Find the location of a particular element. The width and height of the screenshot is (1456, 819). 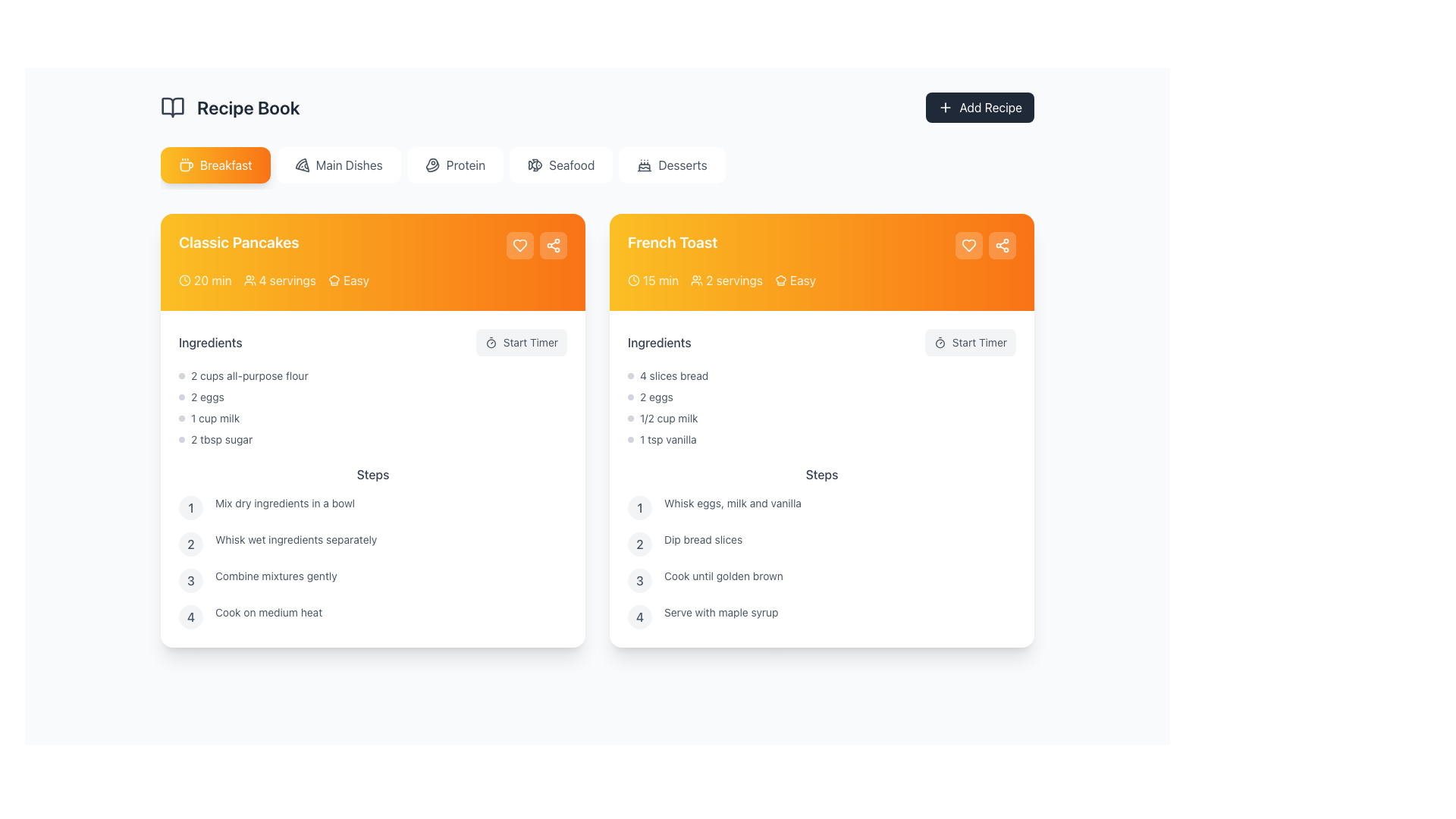

text label displaying 'French Toast' in bold white font, located on the header of the recipe card against an orange gradient background is located at coordinates (672, 242).